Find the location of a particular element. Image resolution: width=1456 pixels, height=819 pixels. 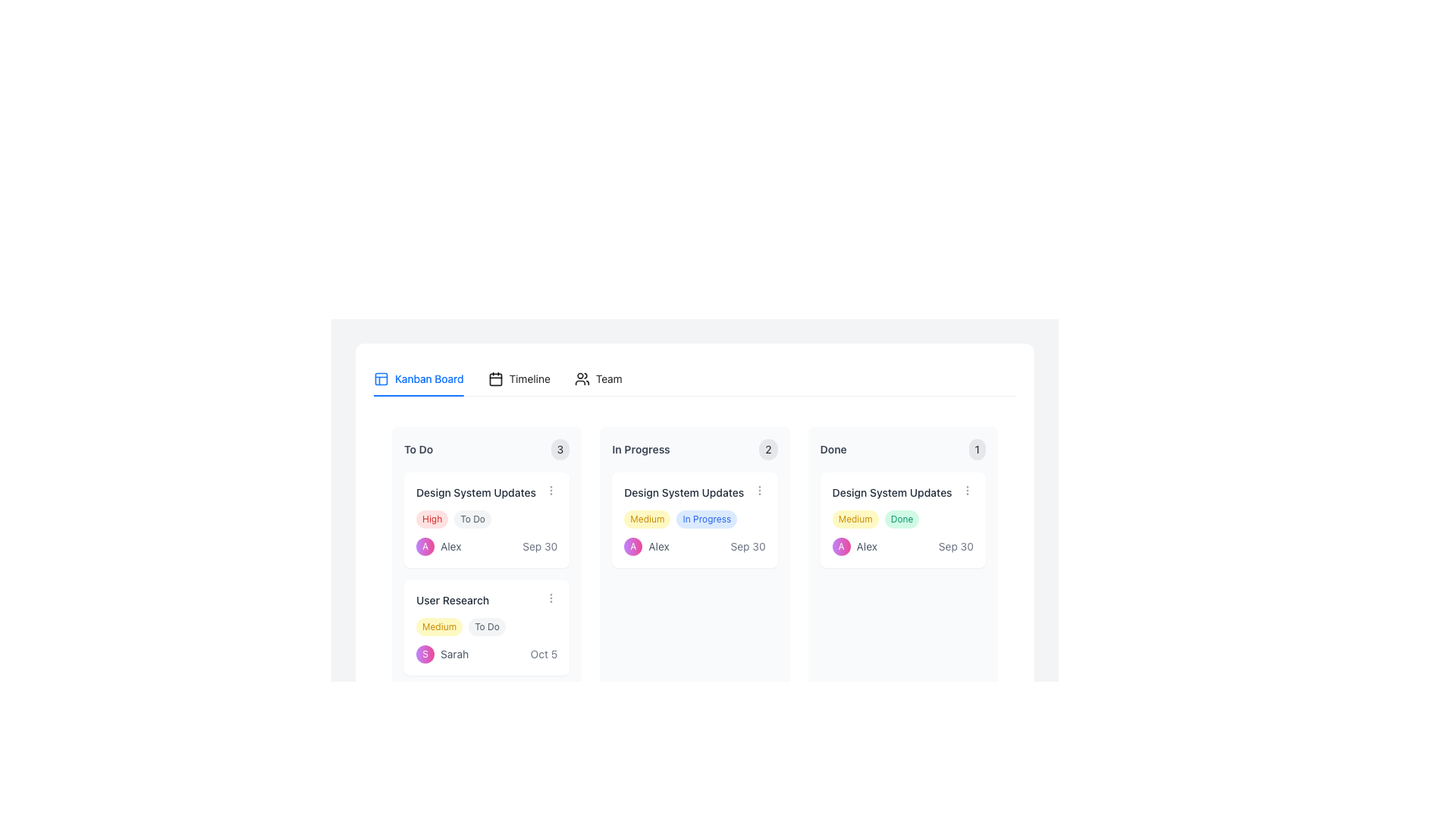

the Kanban Board icon located in the top navigation area, positioned to the left of the 'Kanban Board' text is located at coordinates (381, 378).